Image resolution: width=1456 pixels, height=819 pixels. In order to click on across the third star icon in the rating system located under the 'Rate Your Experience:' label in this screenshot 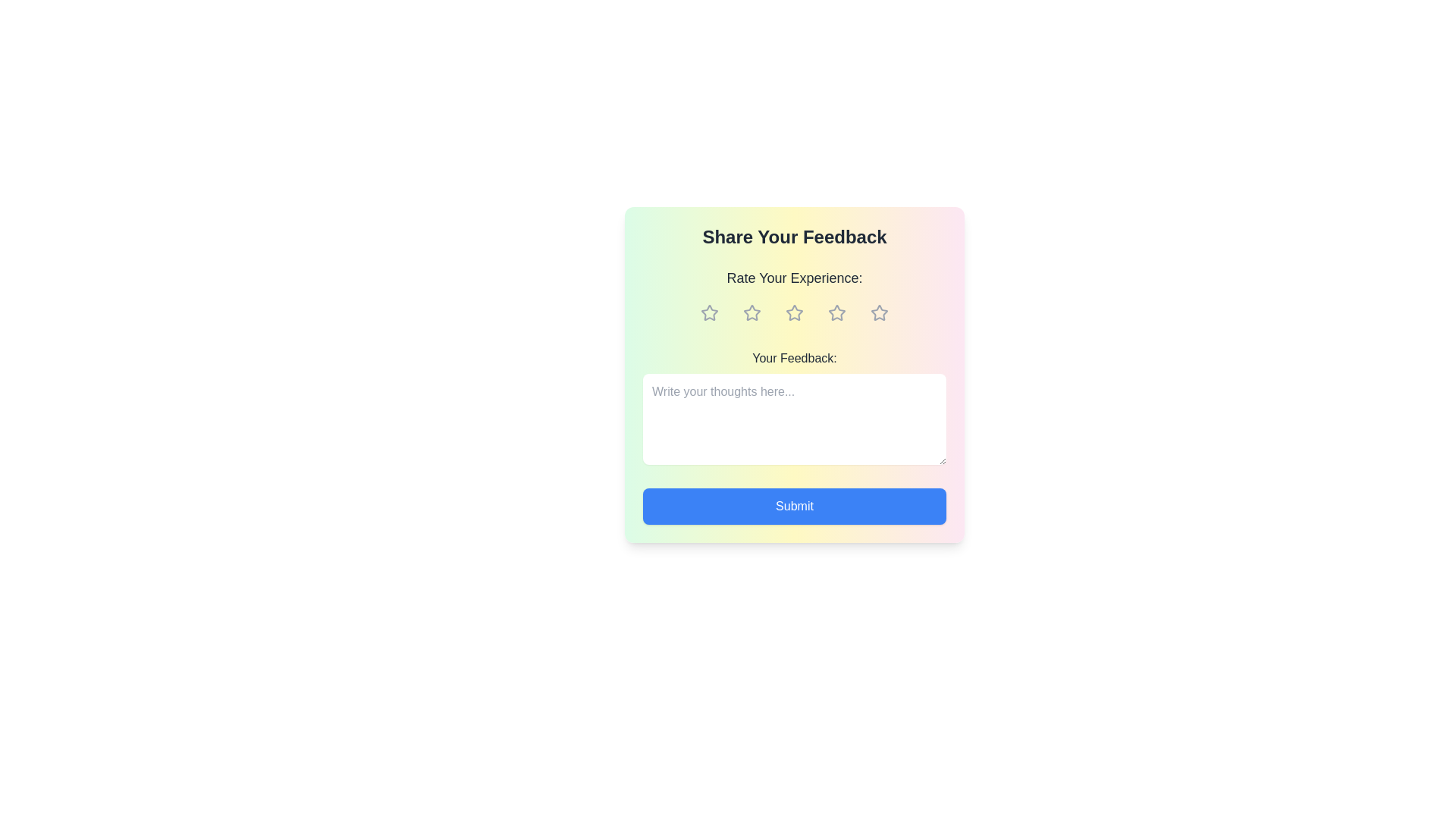, I will do `click(793, 312)`.